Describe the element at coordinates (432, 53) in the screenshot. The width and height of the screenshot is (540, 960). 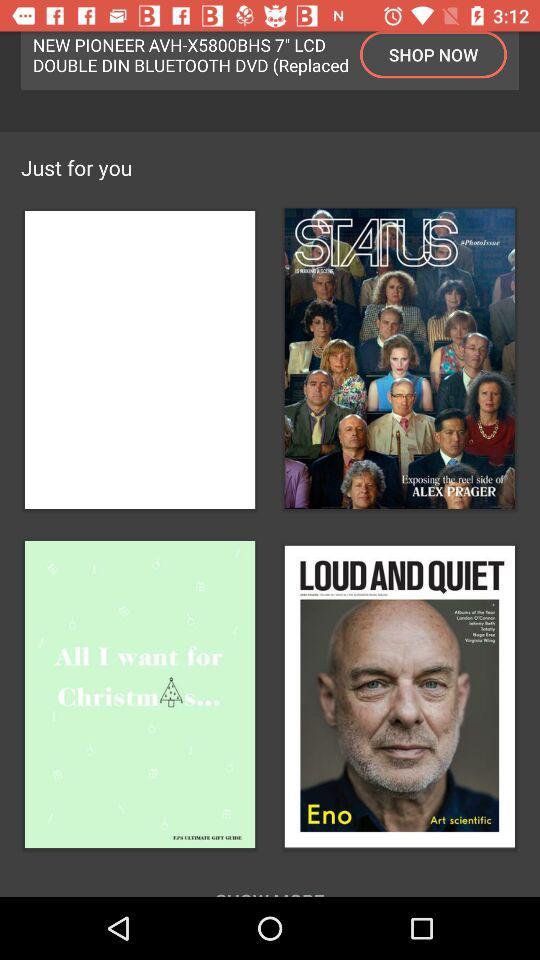
I see `item to the right of new pioneer avh icon` at that location.